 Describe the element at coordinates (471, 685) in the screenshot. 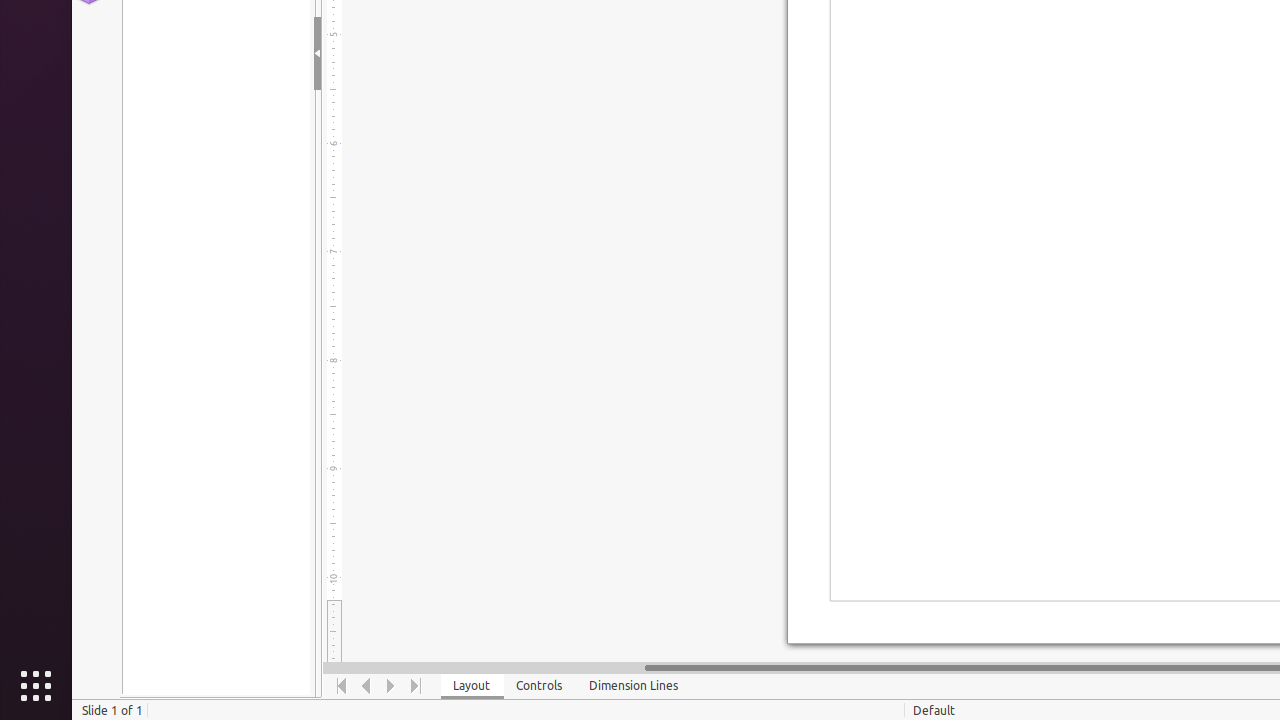

I see `'Layout'` at that location.